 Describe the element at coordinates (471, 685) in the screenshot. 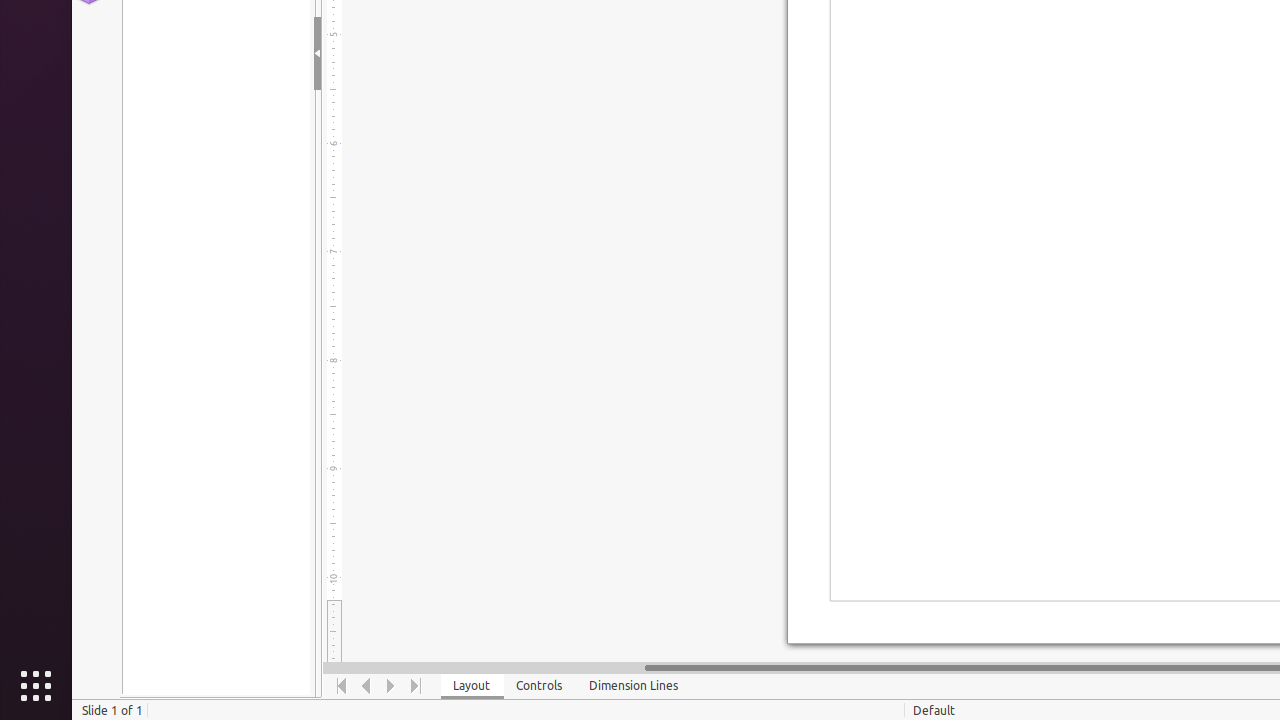

I see `'Layout'` at that location.